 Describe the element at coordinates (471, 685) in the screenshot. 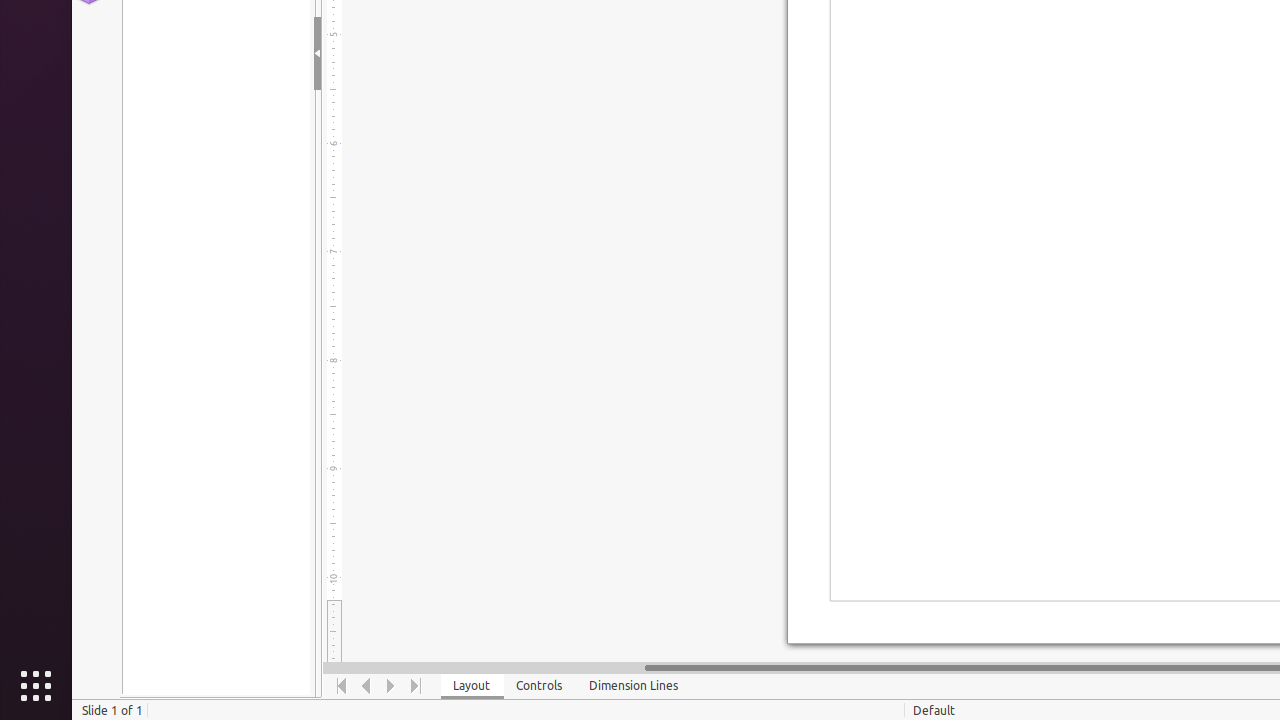

I see `'Layout'` at that location.